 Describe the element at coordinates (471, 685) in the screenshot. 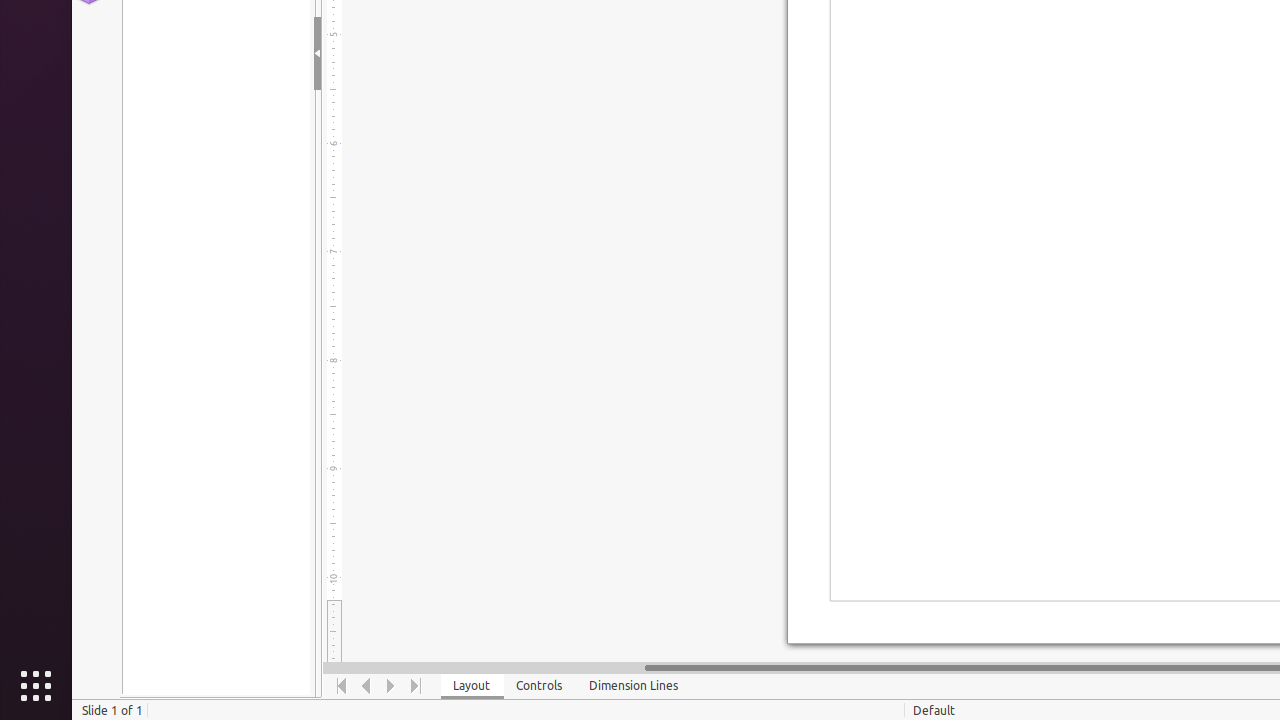

I see `'Layout'` at that location.